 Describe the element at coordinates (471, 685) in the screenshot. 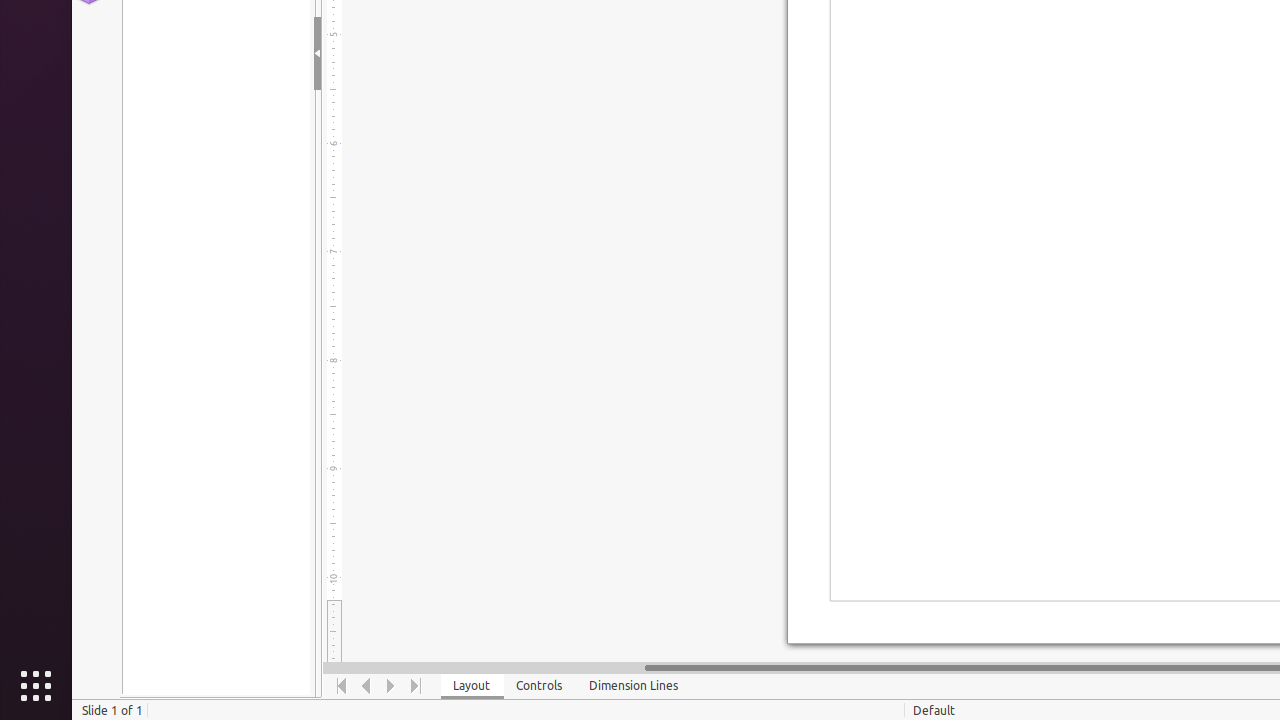

I see `'Layout'` at that location.